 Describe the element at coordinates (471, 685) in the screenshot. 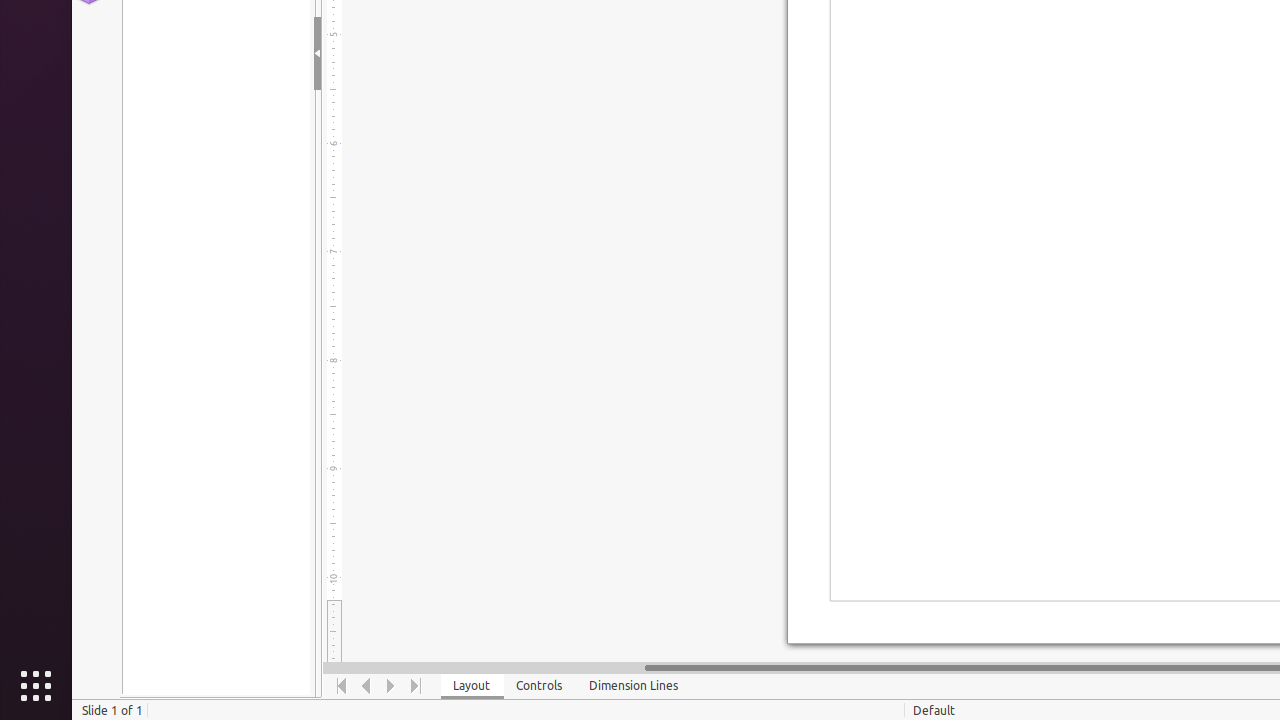

I see `'Layout'` at that location.